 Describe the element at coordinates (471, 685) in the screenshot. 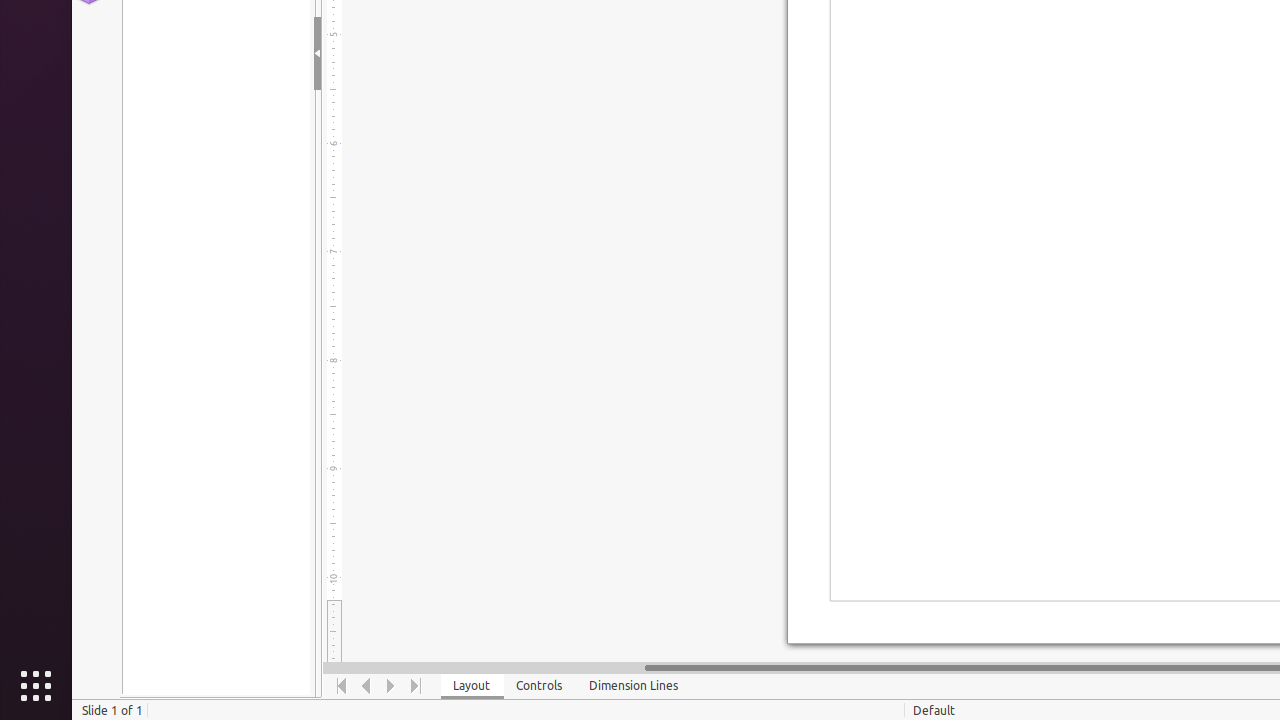

I see `'Layout'` at that location.